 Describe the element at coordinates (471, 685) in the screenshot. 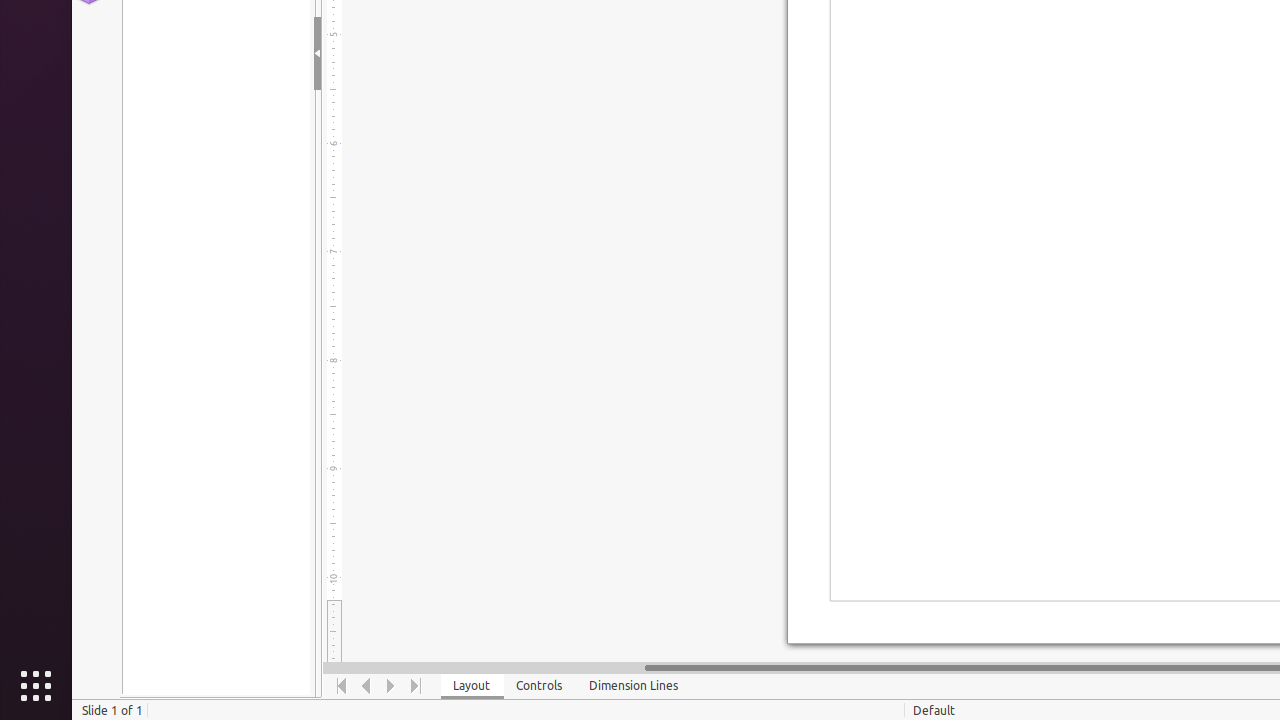

I see `'Layout'` at that location.